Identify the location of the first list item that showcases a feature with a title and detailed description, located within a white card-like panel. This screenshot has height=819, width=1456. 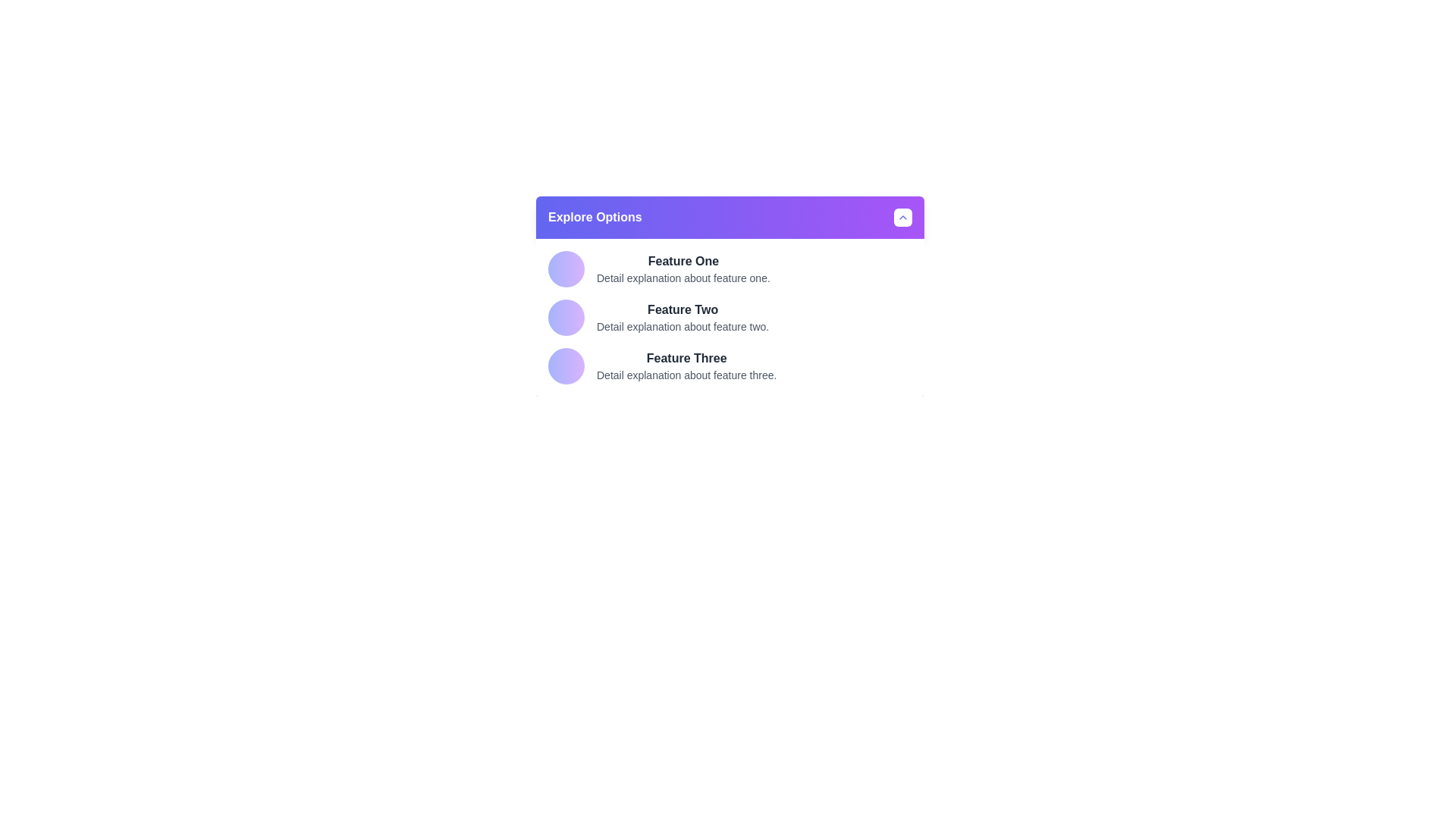
(730, 268).